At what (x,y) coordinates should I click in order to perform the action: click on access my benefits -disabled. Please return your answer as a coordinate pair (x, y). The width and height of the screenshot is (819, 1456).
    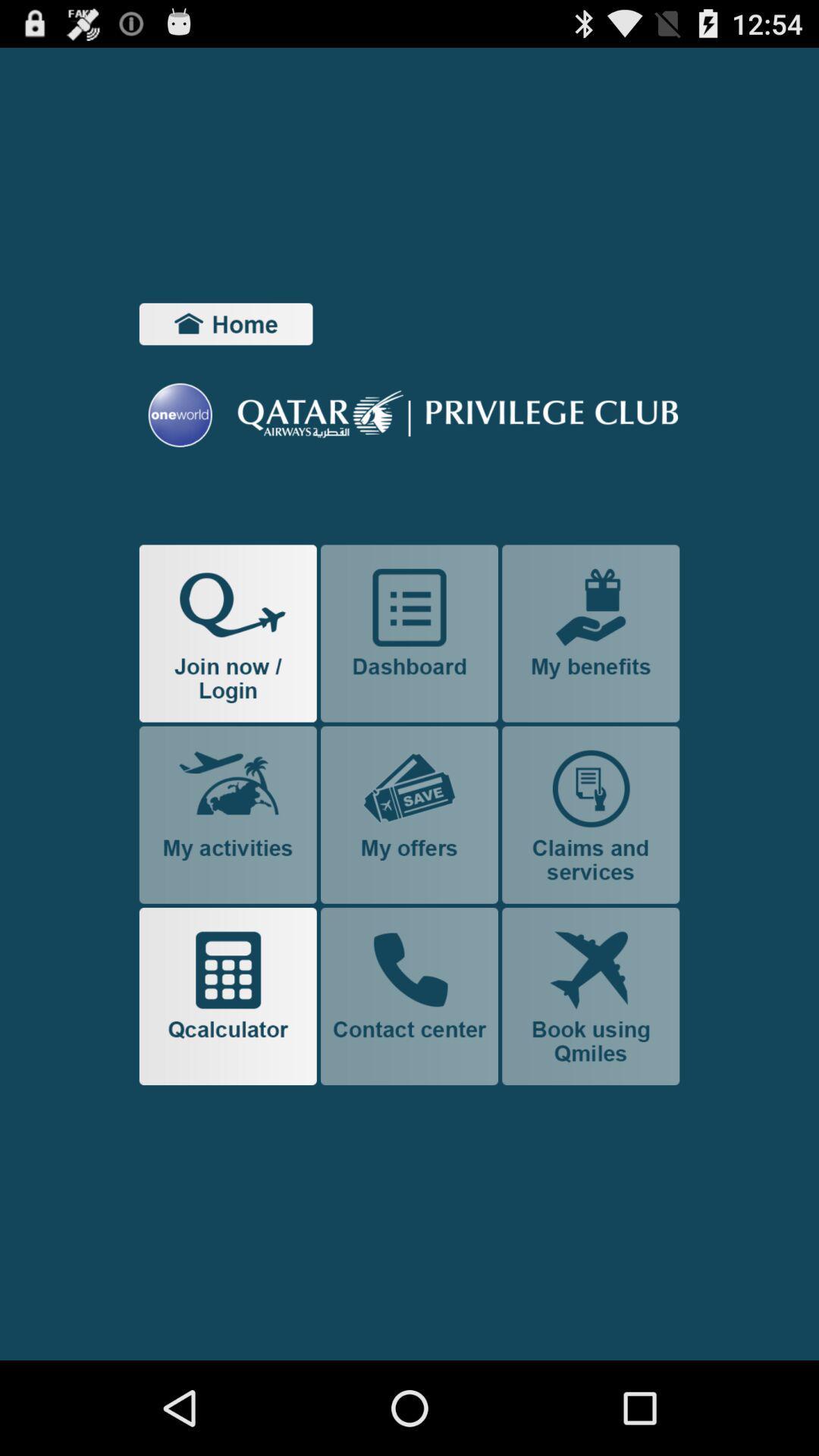
    Looking at the image, I should click on (590, 633).